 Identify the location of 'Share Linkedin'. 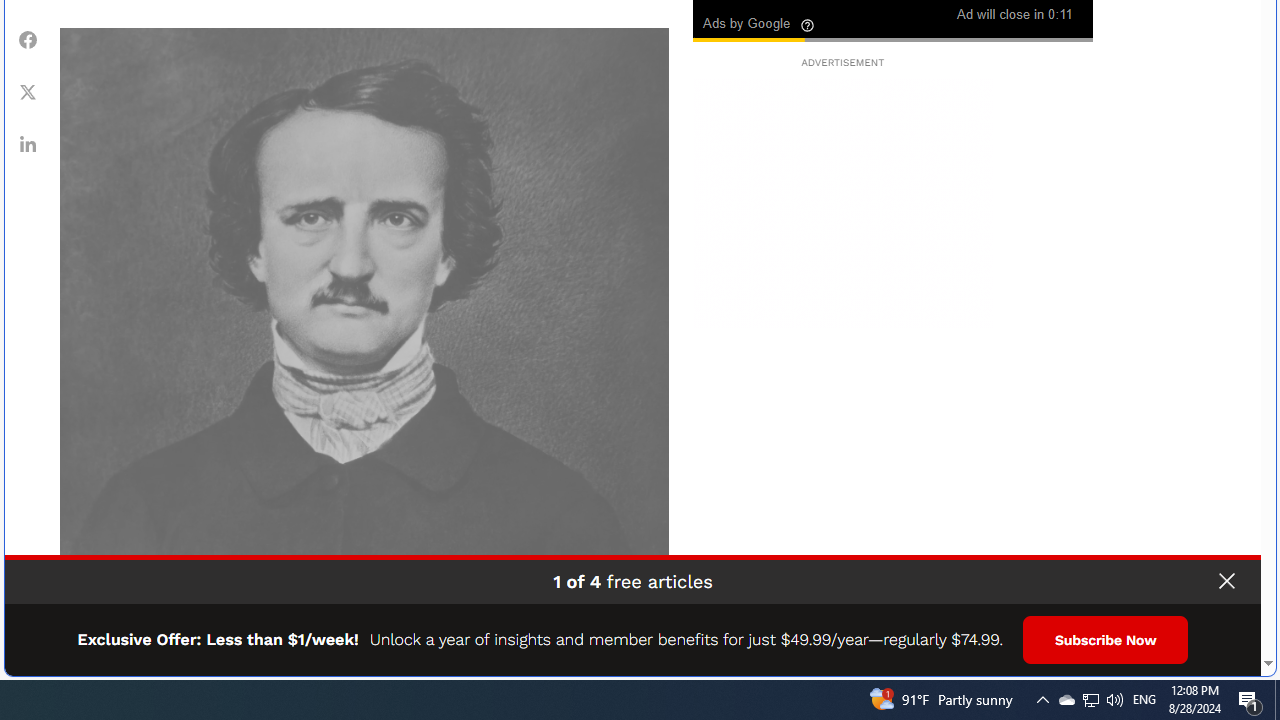
(28, 142).